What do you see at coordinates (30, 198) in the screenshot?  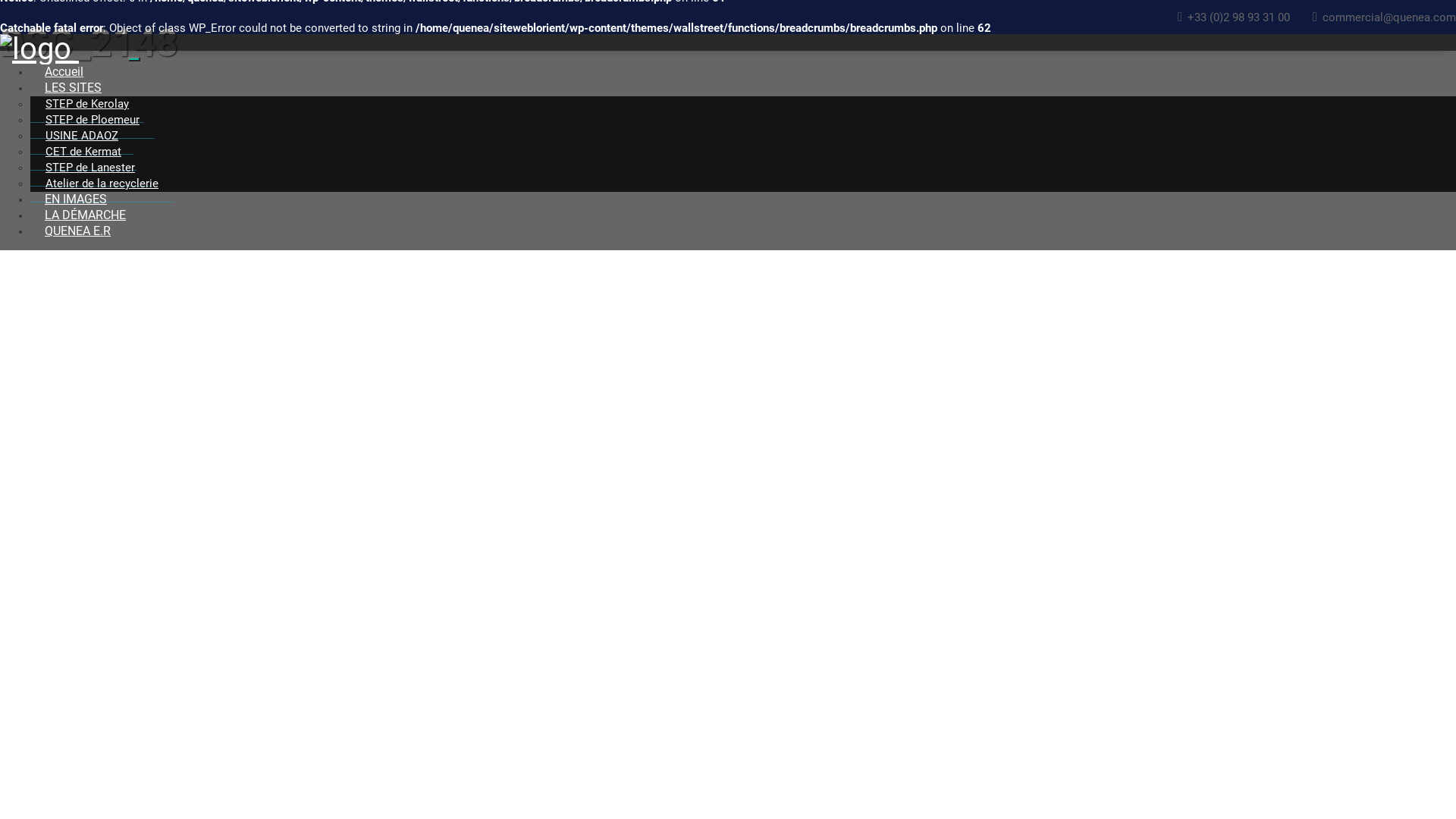 I see `'EN IMAGES'` at bounding box center [30, 198].